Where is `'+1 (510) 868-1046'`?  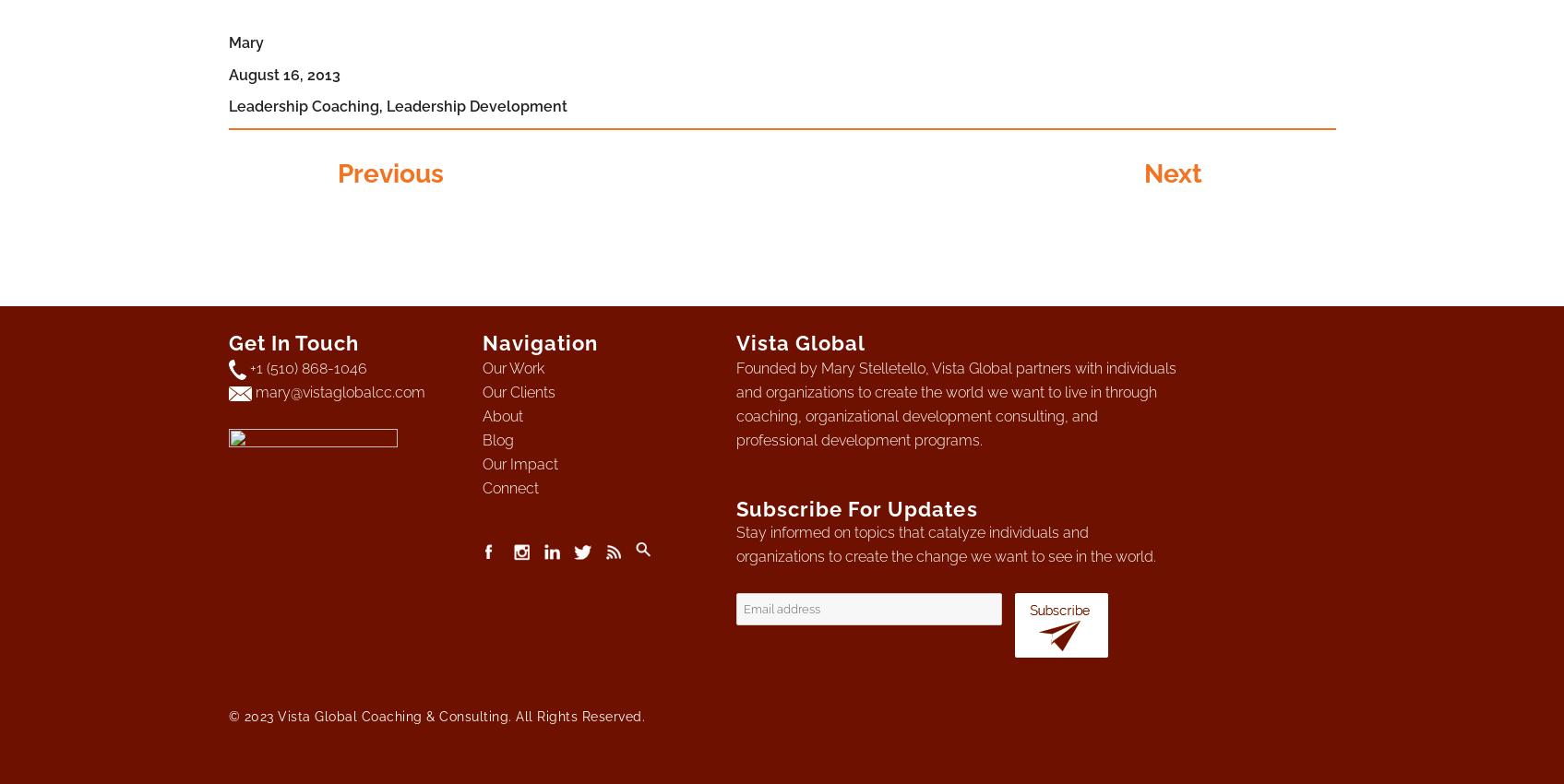
'+1 (510) 868-1046' is located at coordinates (306, 368).